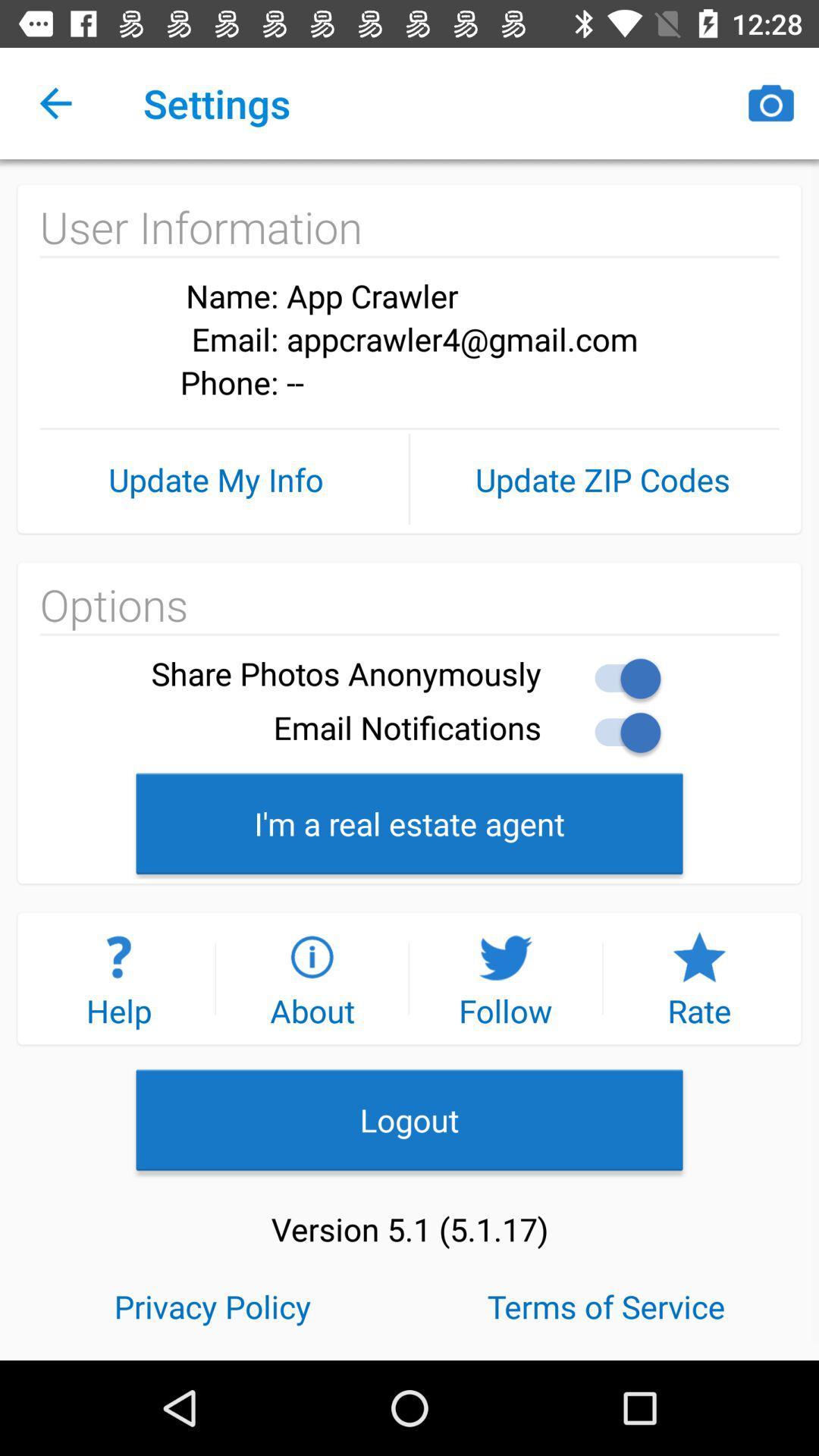  I want to click on icon below i m a item, so click(311, 978).